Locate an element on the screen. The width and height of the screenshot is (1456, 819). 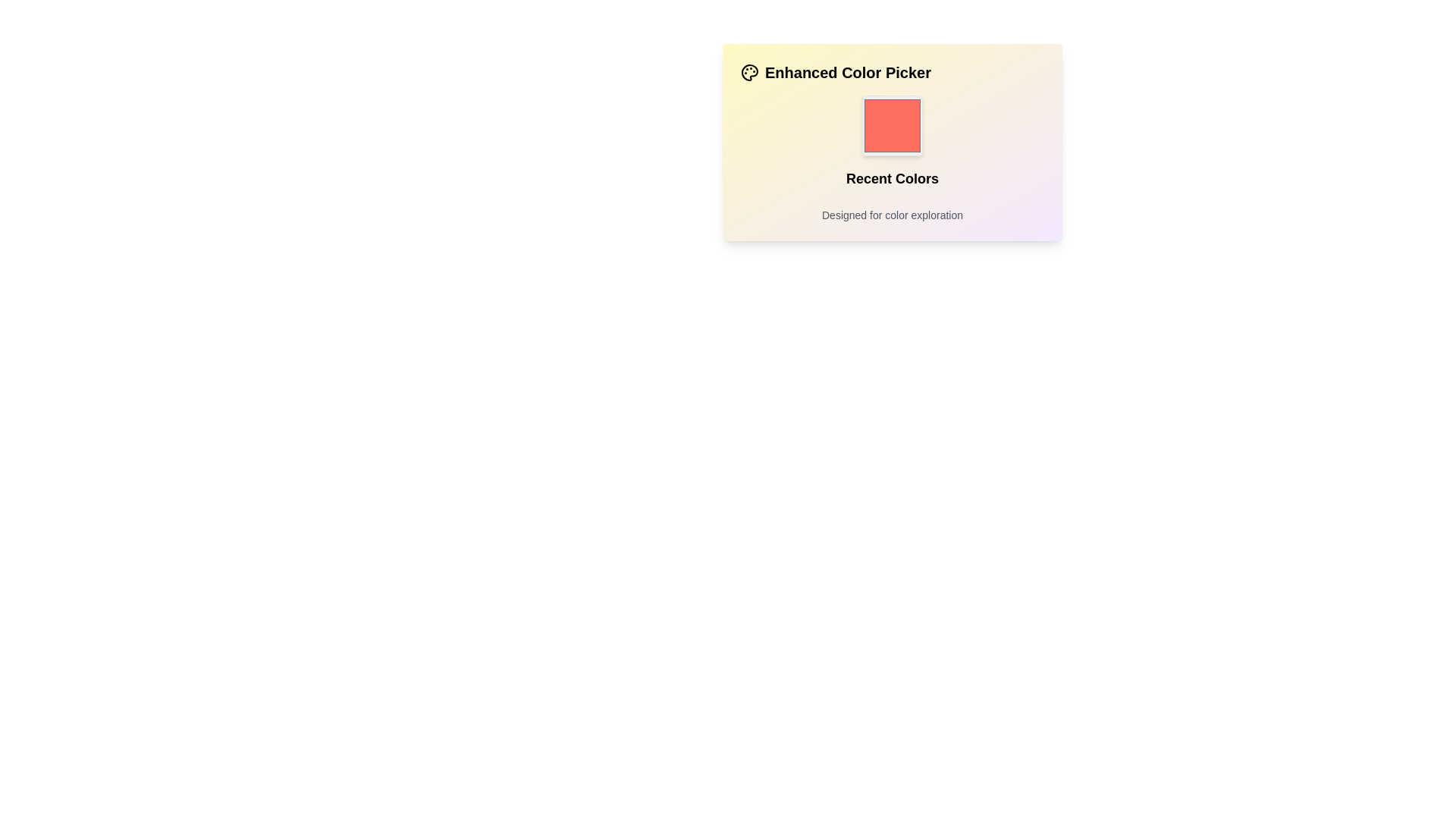
the red color swatch in the 'Recent Colors' section is located at coordinates (892, 124).